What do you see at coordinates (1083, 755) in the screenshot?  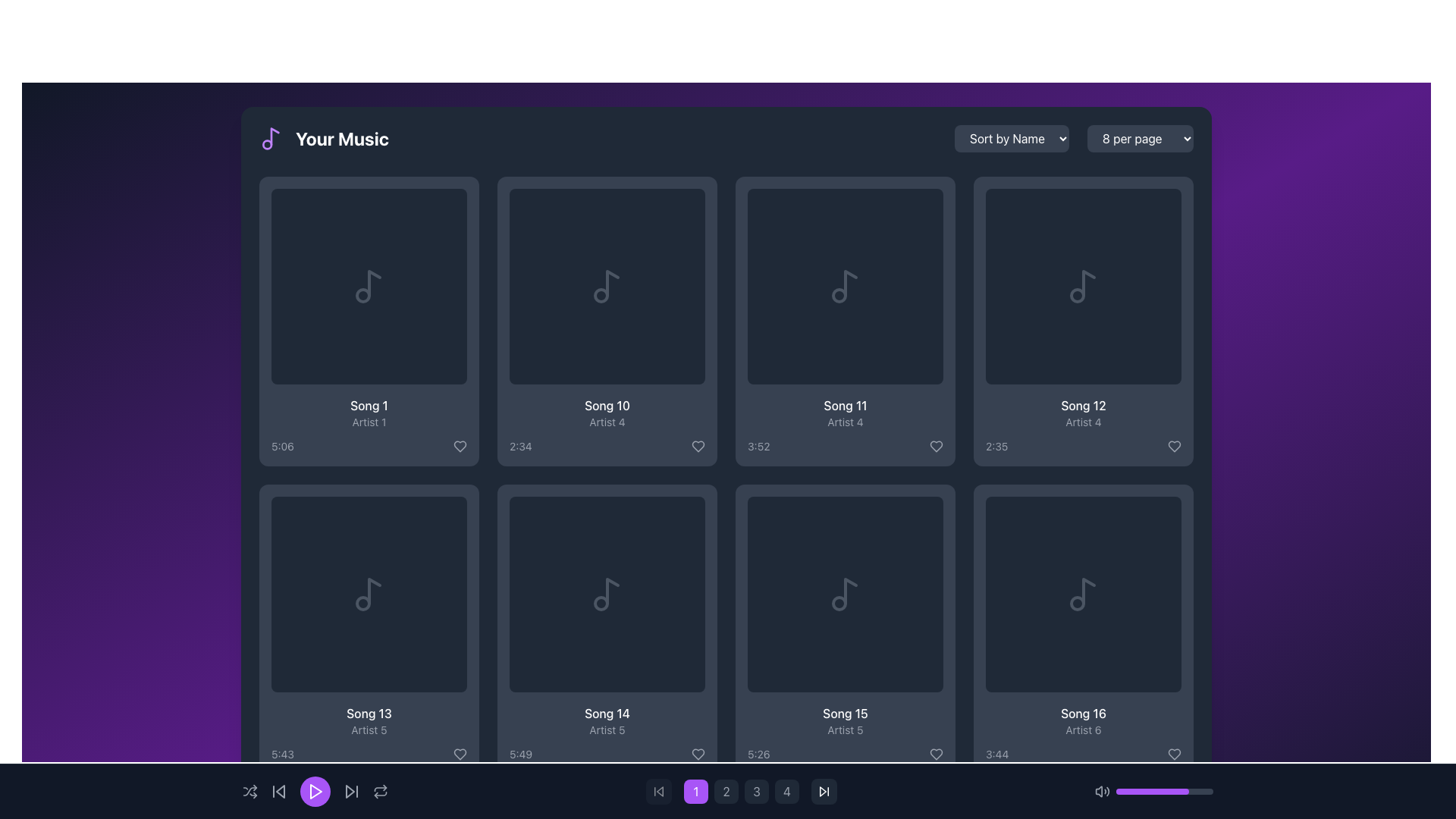 I see `the Label element displaying the duration '3:44' in gray font located at the bottom of the song card for 'Song 16' by 'Artist 6'` at bounding box center [1083, 755].